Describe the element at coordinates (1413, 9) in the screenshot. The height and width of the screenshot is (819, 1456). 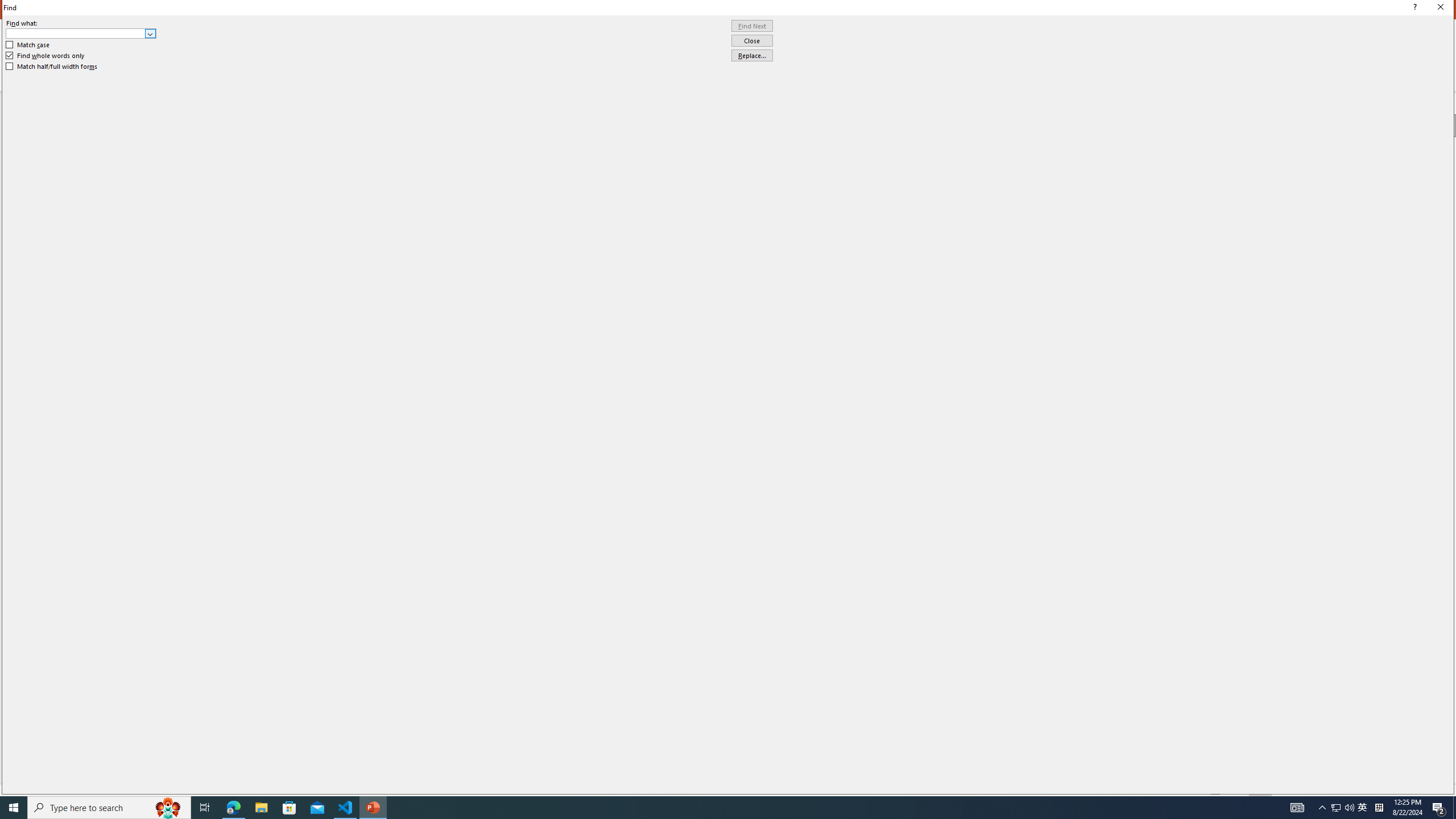
I see `'Context help'` at that location.